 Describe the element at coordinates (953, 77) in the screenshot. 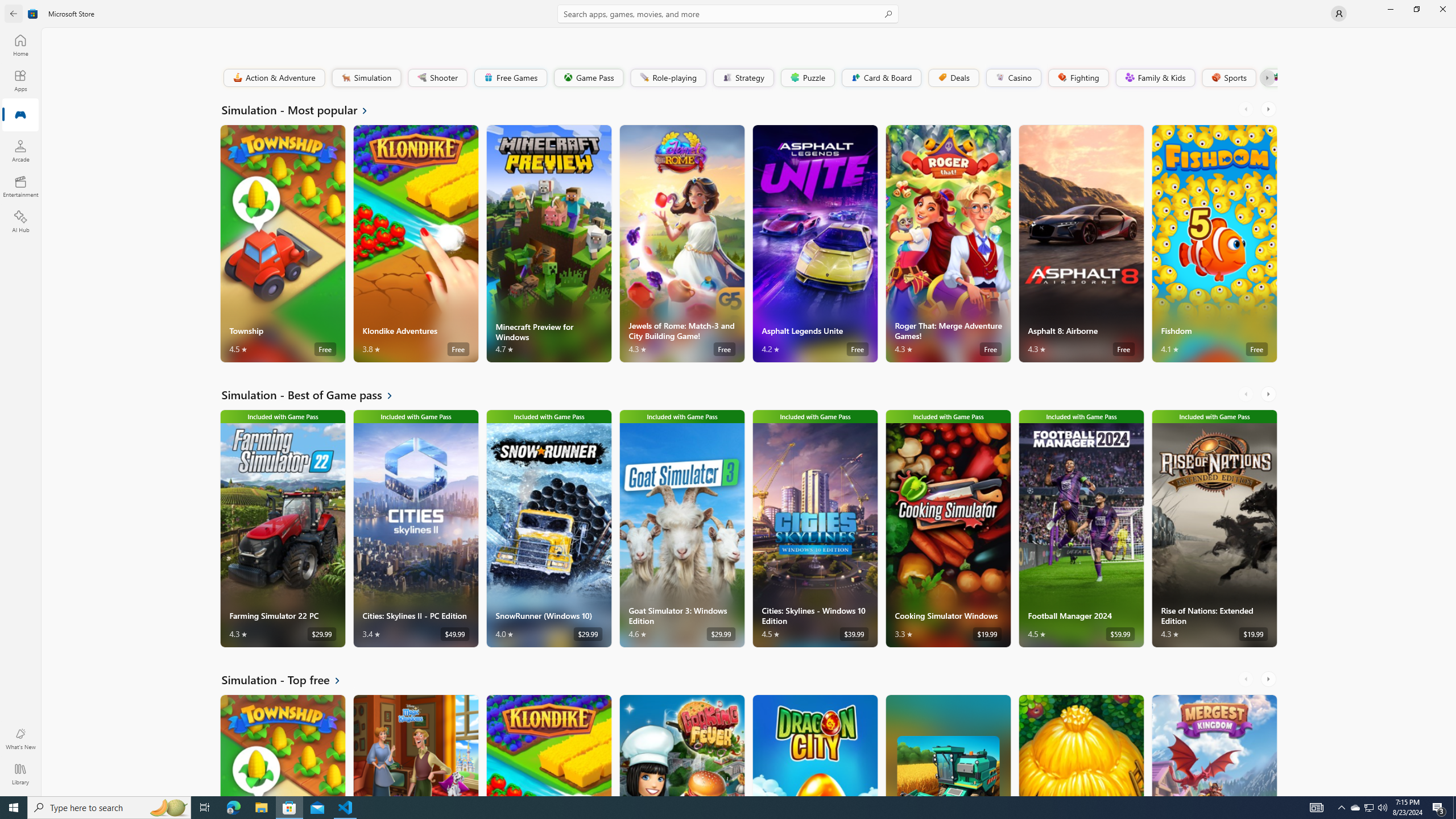

I see `'Deals'` at that location.